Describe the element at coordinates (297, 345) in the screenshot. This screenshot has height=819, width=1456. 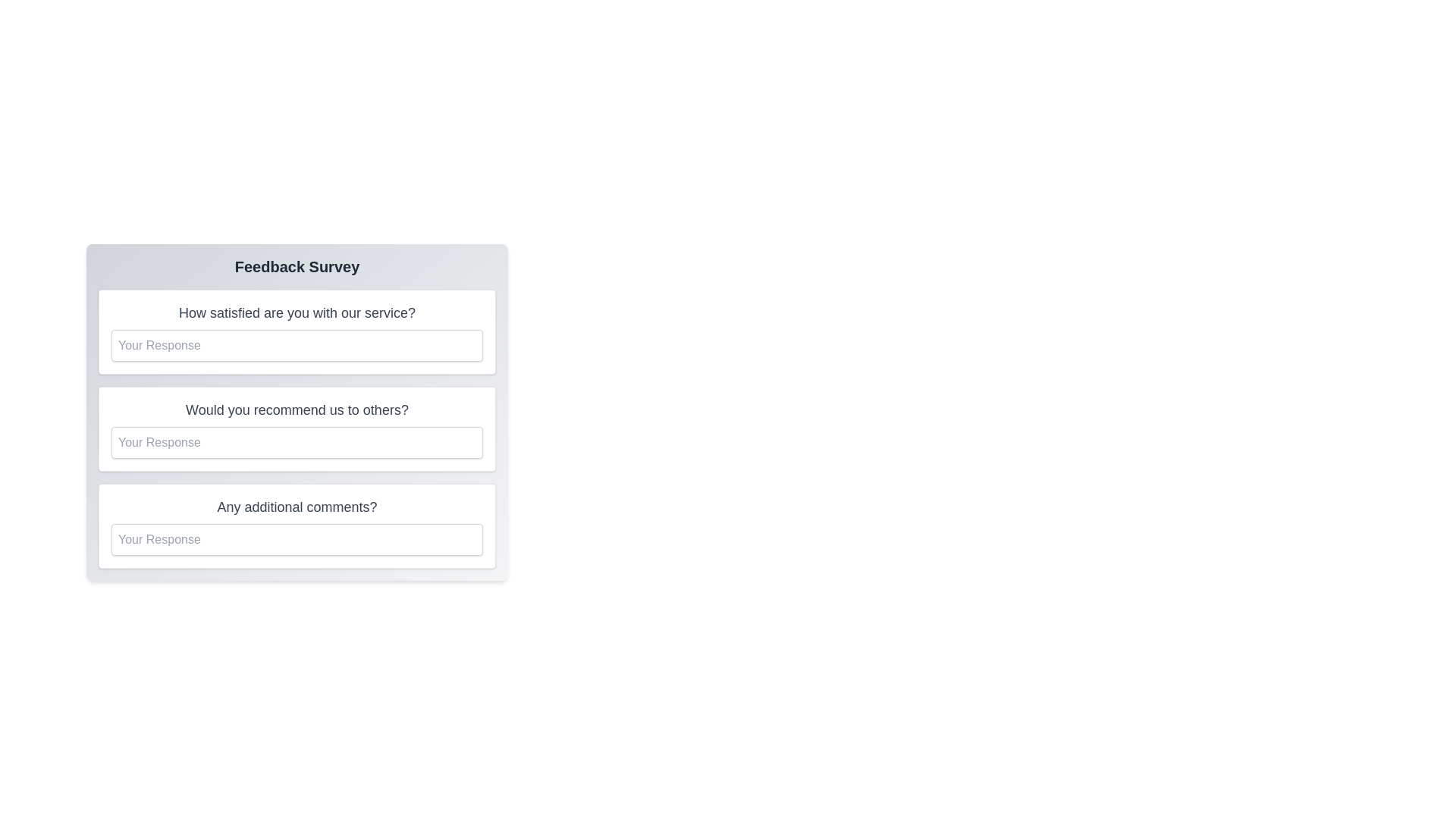
I see `the text input field for How satisfied are you with our service?` at that location.